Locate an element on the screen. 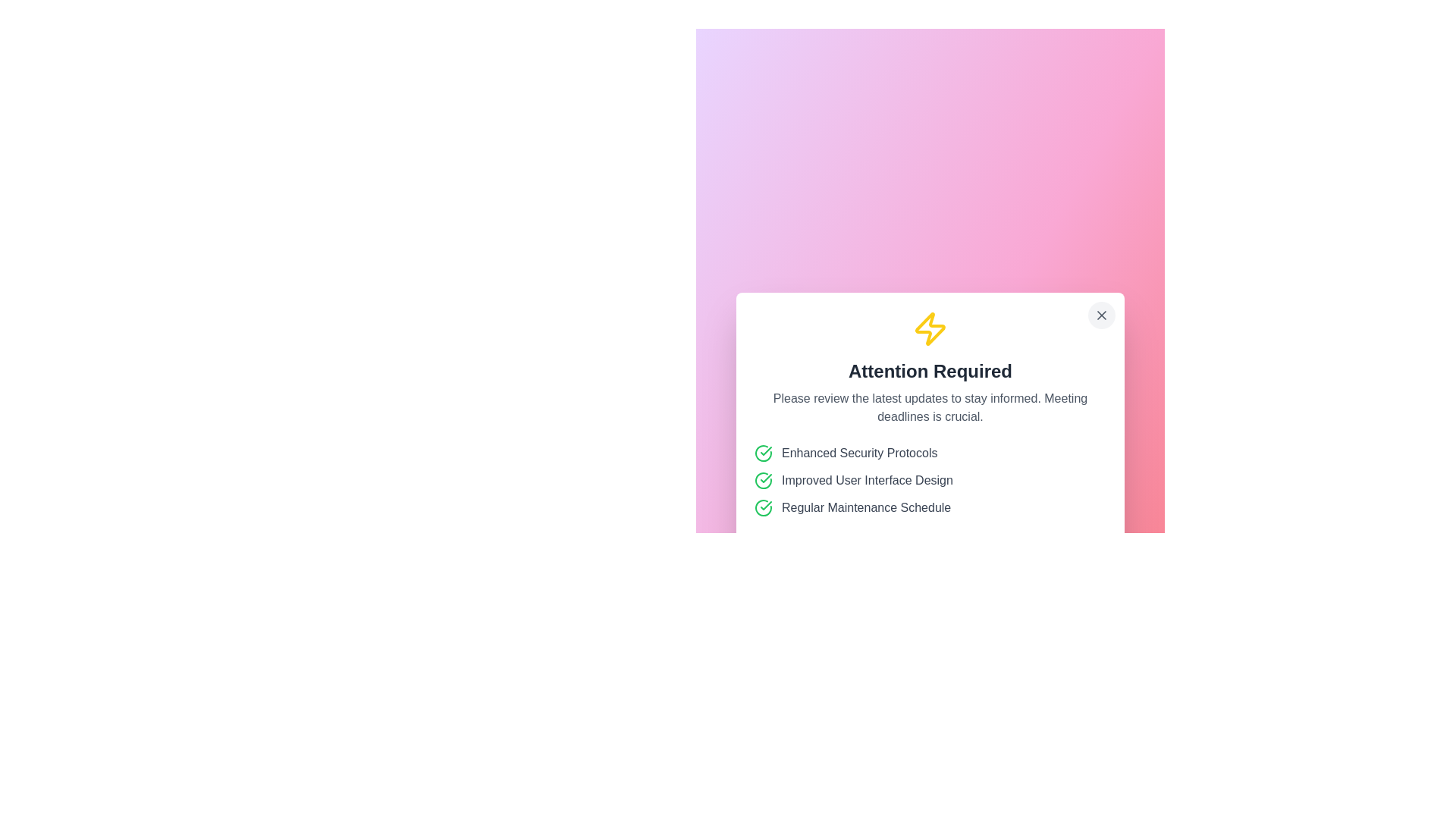 The height and width of the screenshot is (819, 1456). texts within the list element located beneath the header 'Attention Required' in the modal window is located at coordinates (930, 480).